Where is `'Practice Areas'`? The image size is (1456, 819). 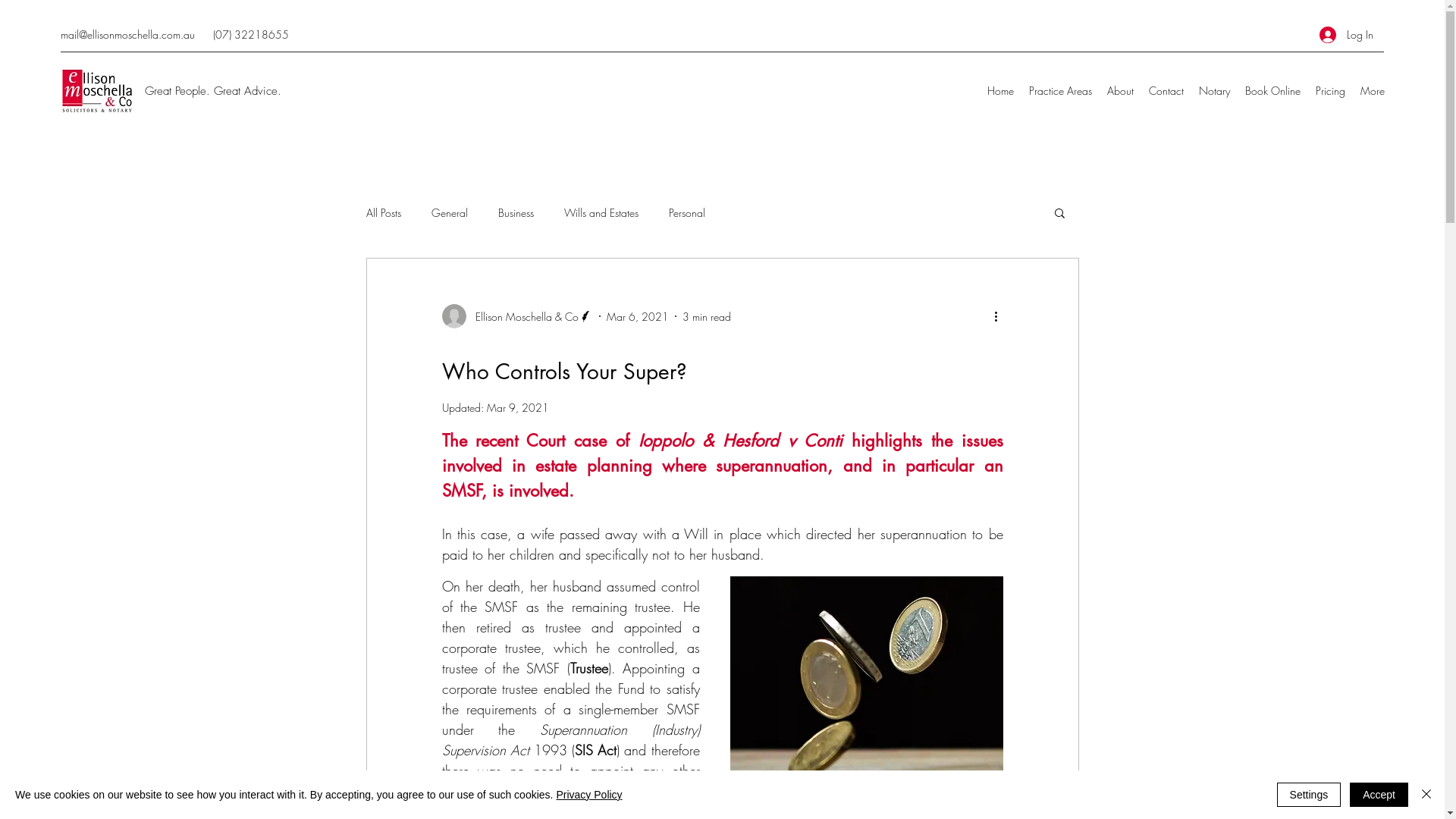 'Practice Areas' is located at coordinates (1059, 90).